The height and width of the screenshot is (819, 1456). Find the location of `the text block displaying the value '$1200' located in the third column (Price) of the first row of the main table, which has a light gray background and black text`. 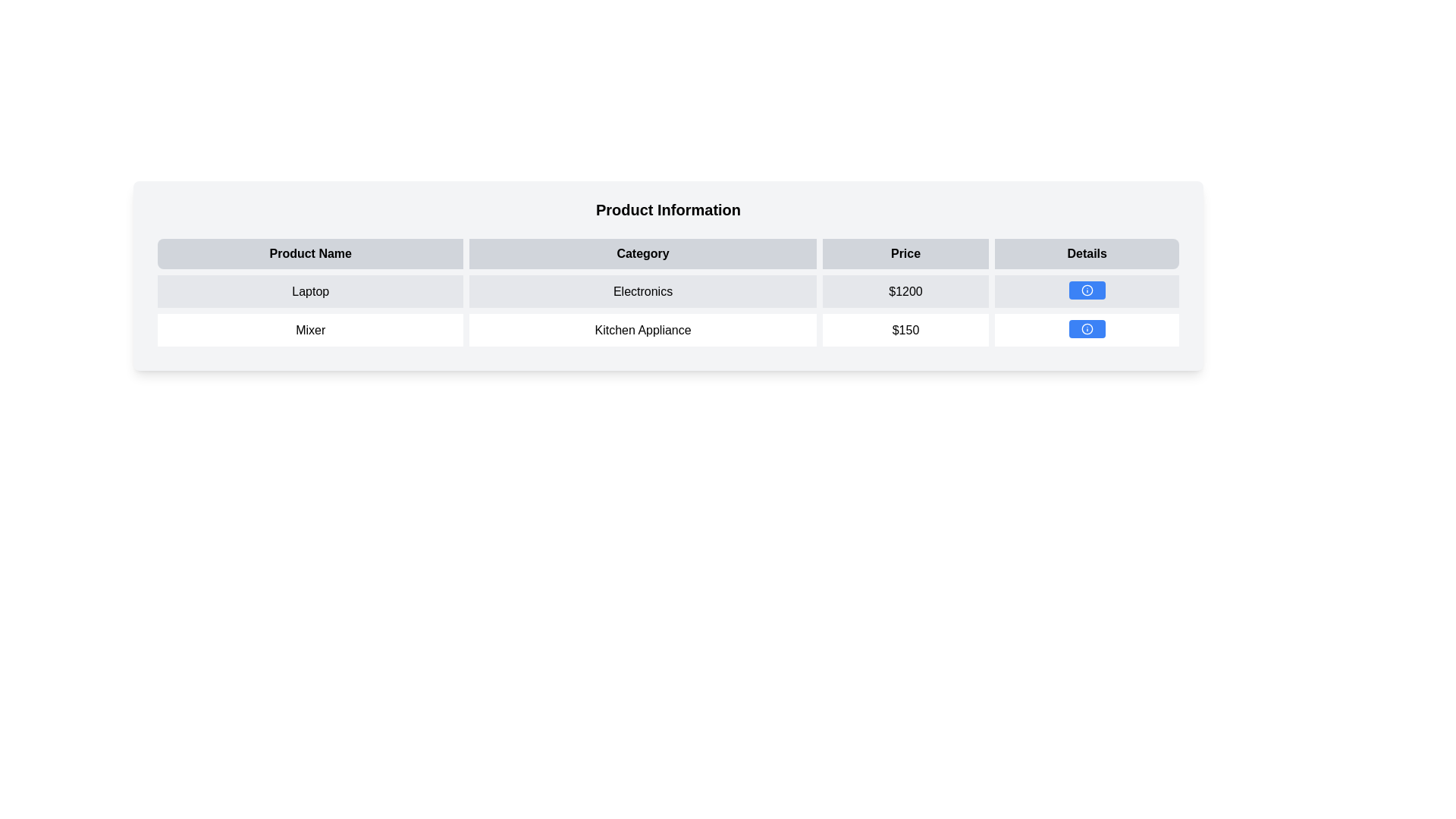

the text block displaying the value '$1200' located in the third column (Price) of the first row of the main table, which has a light gray background and black text is located at coordinates (905, 291).